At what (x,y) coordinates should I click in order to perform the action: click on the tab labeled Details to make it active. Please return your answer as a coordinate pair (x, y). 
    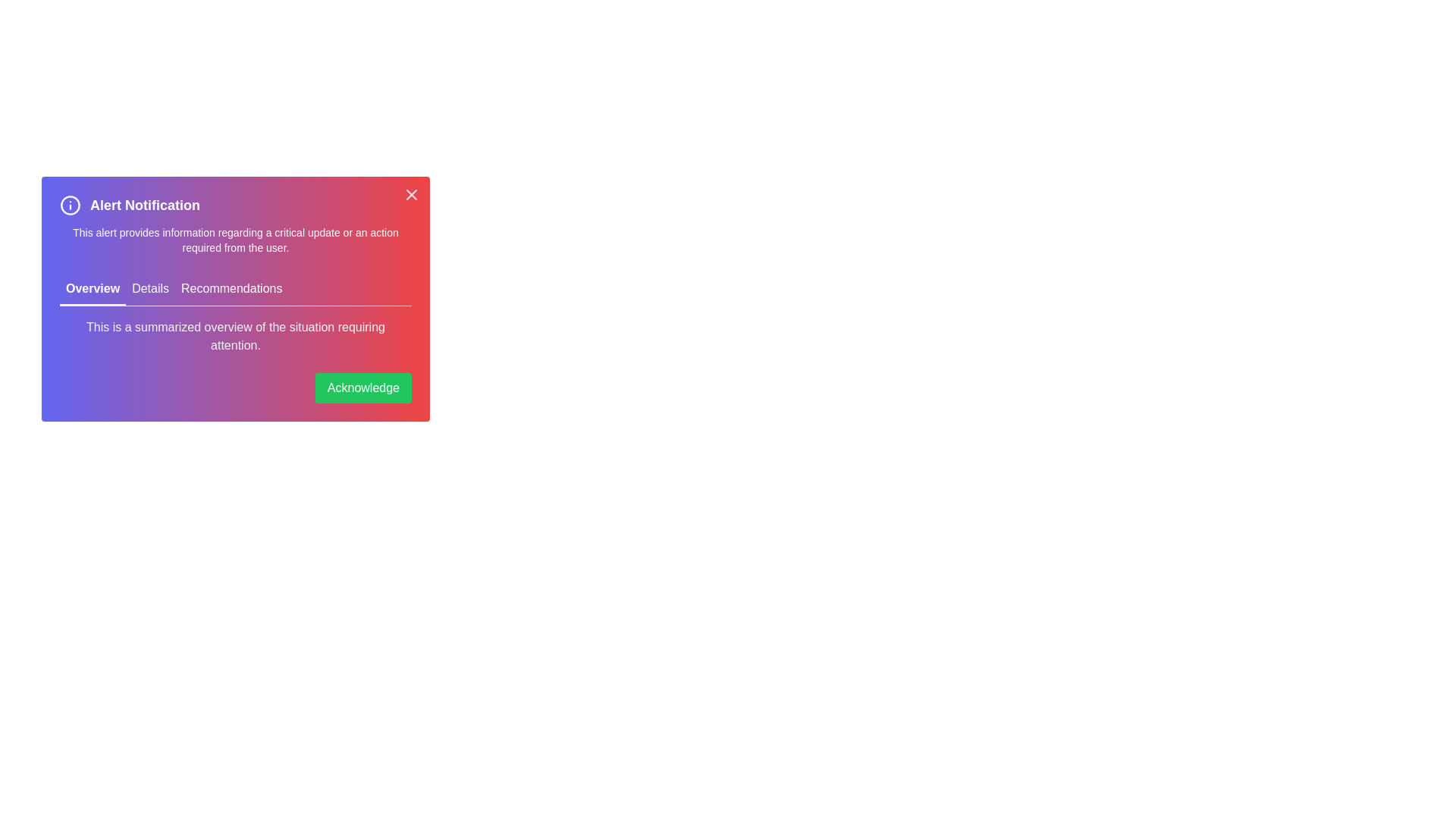
    Looking at the image, I should click on (150, 289).